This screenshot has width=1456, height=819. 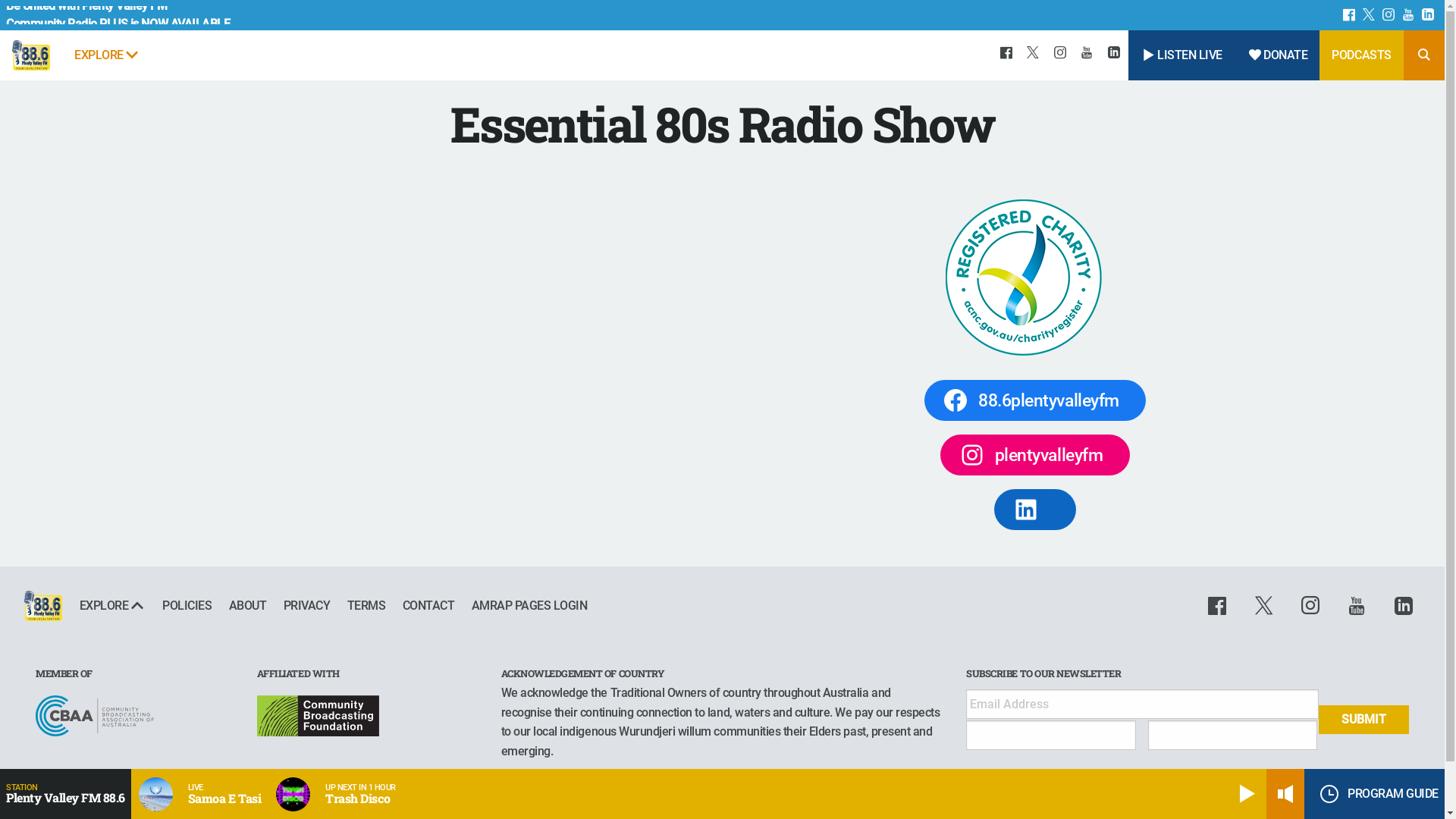 What do you see at coordinates (106, 55) in the screenshot?
I see `'EXPLORE'` at bounding box center [106, 55].